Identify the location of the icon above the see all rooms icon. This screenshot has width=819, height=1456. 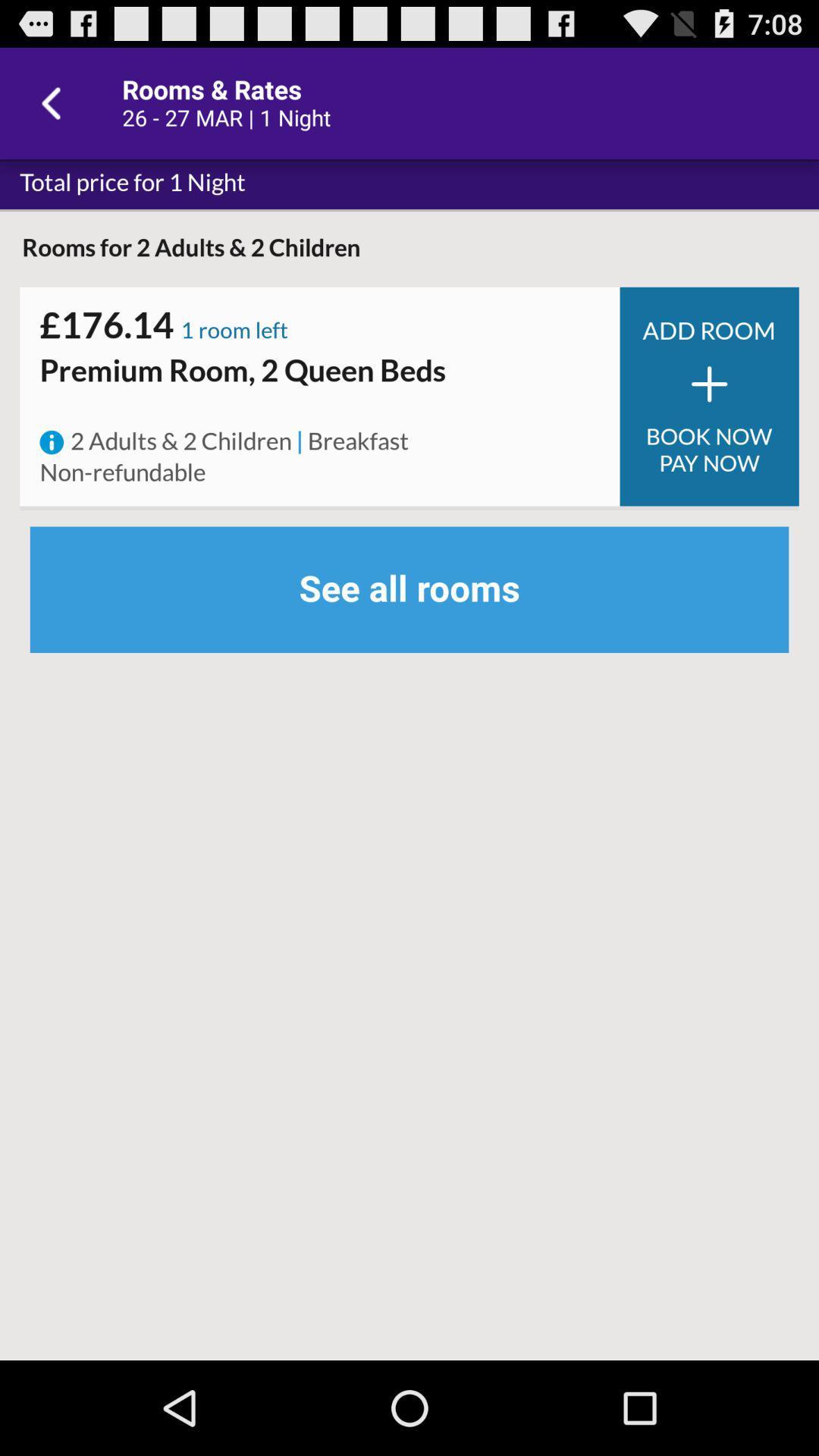
(300, 441).